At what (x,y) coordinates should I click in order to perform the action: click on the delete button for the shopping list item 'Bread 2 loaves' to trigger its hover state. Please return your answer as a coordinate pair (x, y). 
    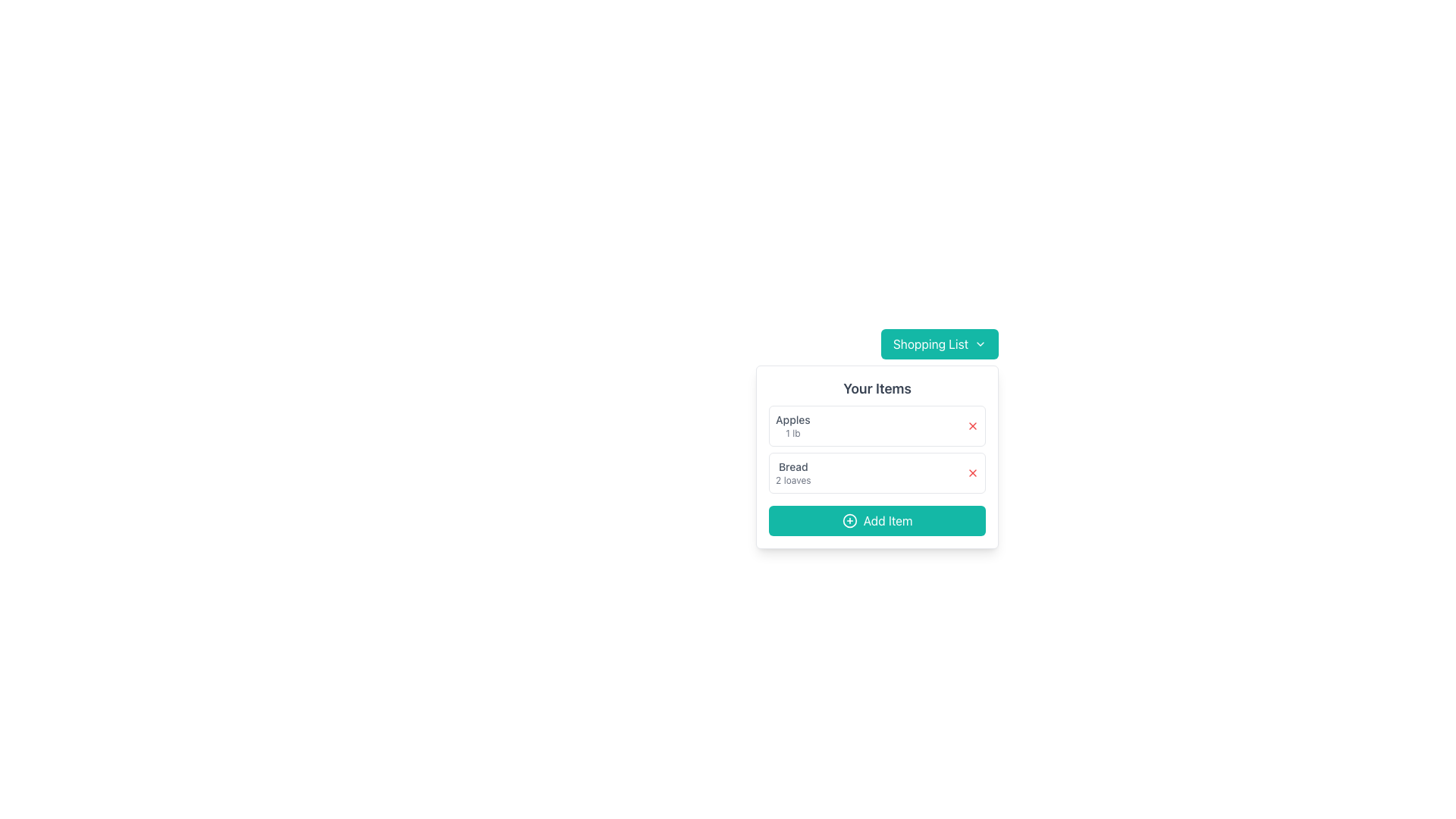
    Looking at the image, I should click on (973, 472).